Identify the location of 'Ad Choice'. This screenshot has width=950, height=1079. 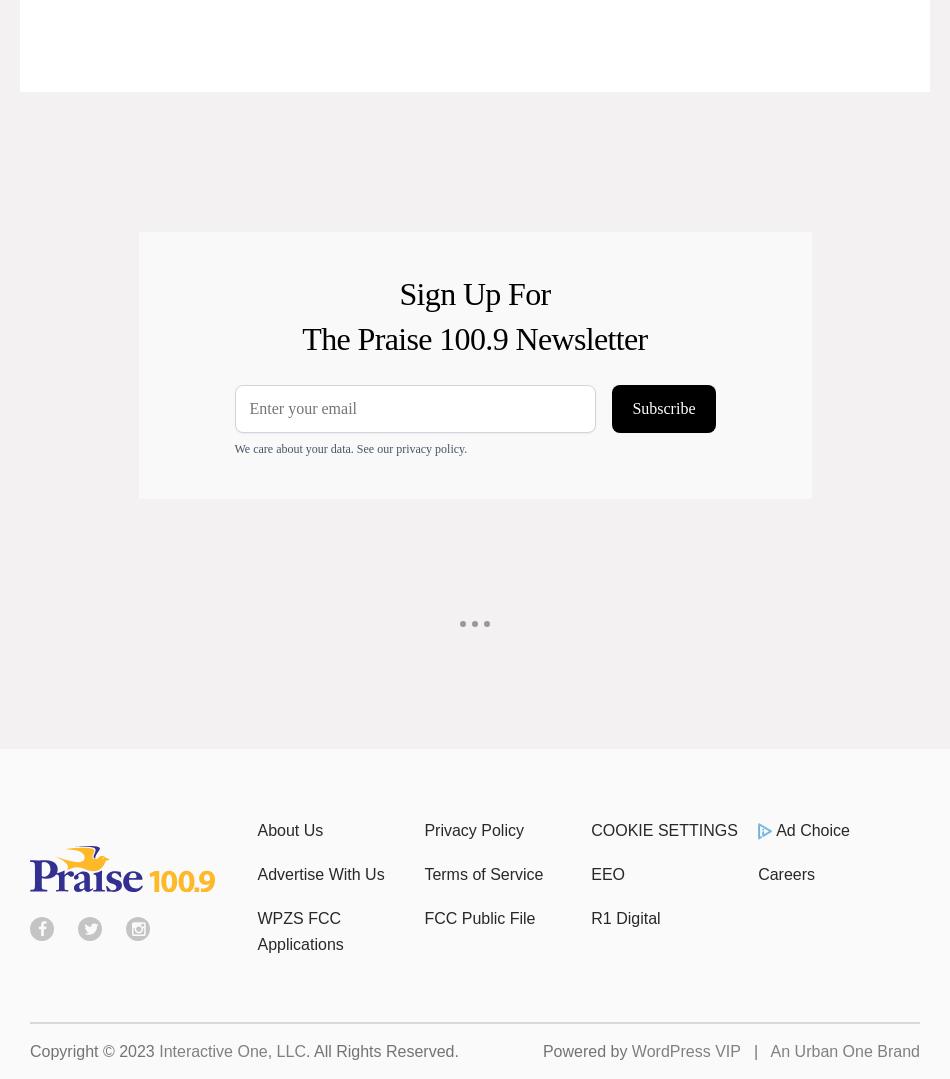
(811, 830).